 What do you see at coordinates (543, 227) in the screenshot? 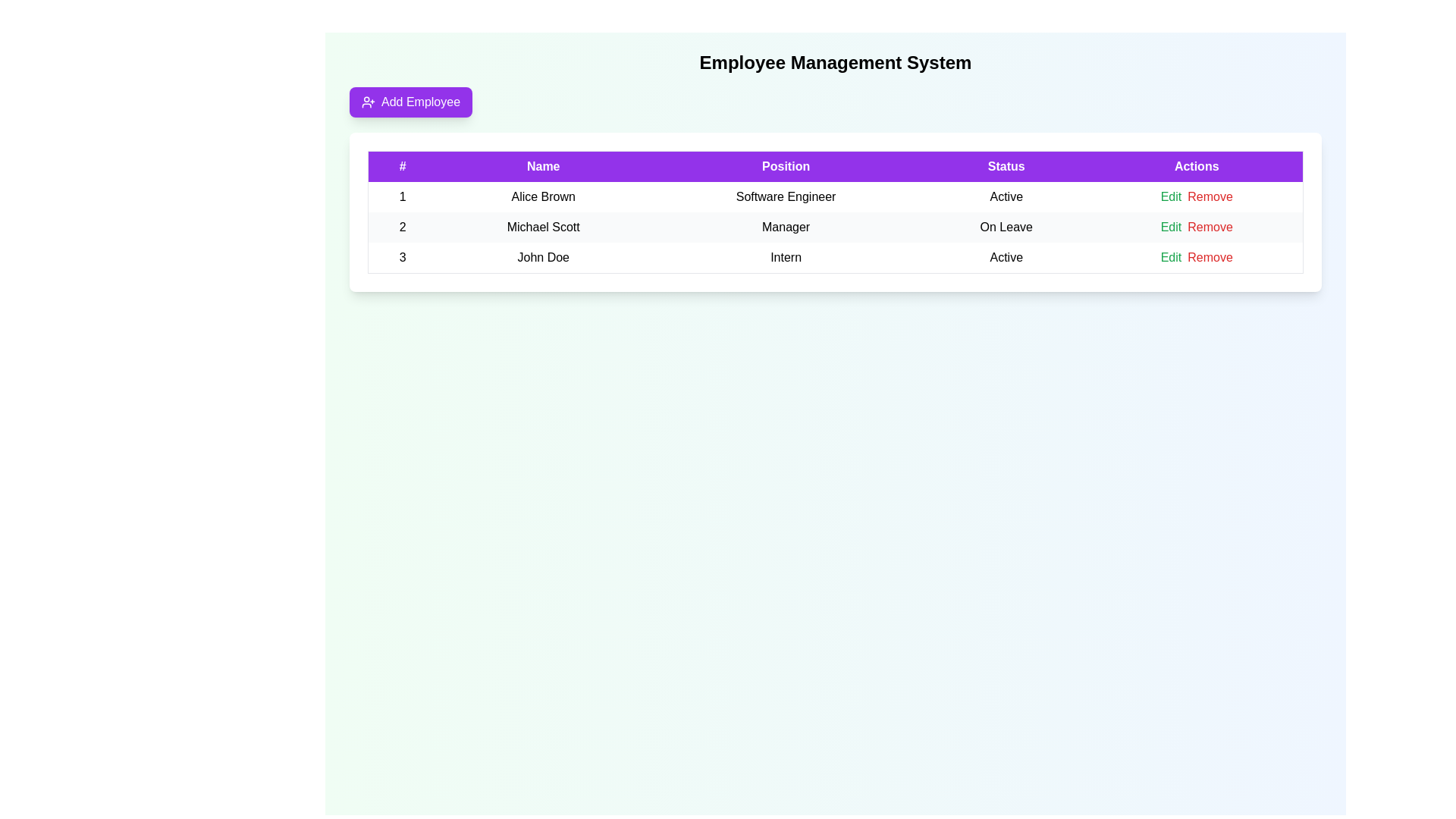
I see `the text label displaying 'Michael Scott' in the second row of the 'Name' column in the employee information table` at bounding box center [543, 227].